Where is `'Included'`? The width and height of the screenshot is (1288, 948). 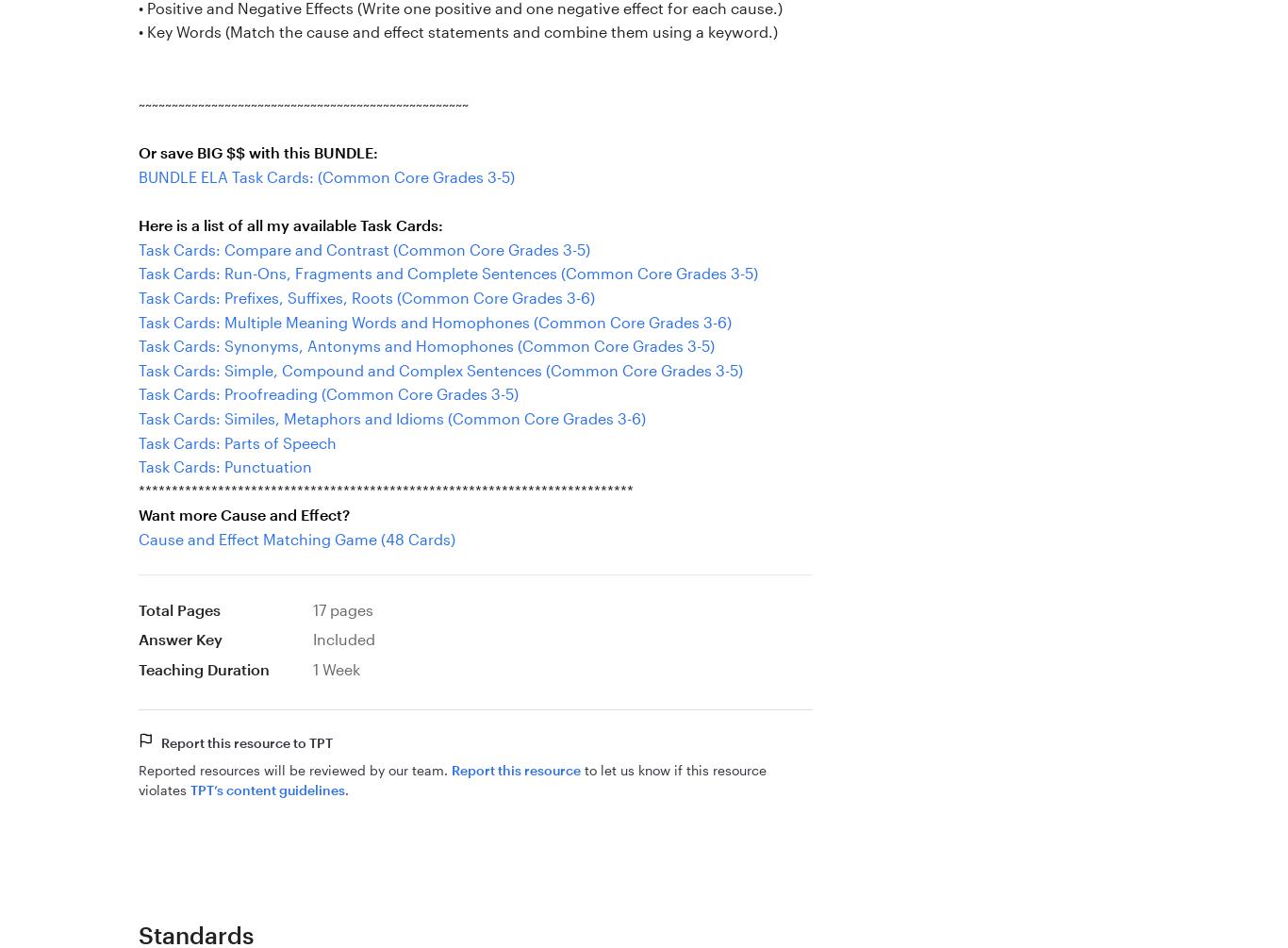
'Included' is located at coordinates (342, 639).